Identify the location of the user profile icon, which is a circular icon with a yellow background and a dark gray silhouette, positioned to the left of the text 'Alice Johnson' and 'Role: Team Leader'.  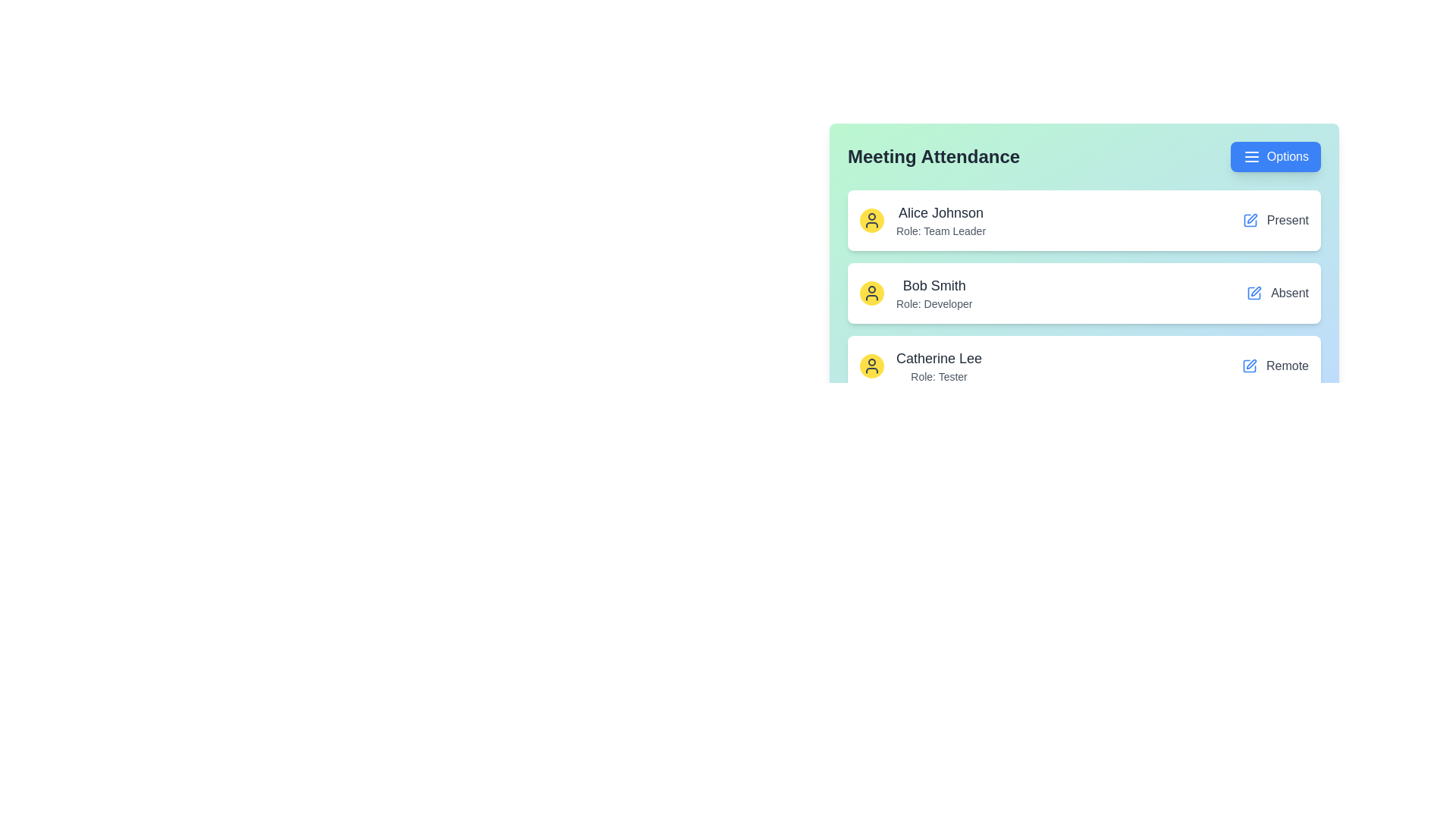
(872, 220).